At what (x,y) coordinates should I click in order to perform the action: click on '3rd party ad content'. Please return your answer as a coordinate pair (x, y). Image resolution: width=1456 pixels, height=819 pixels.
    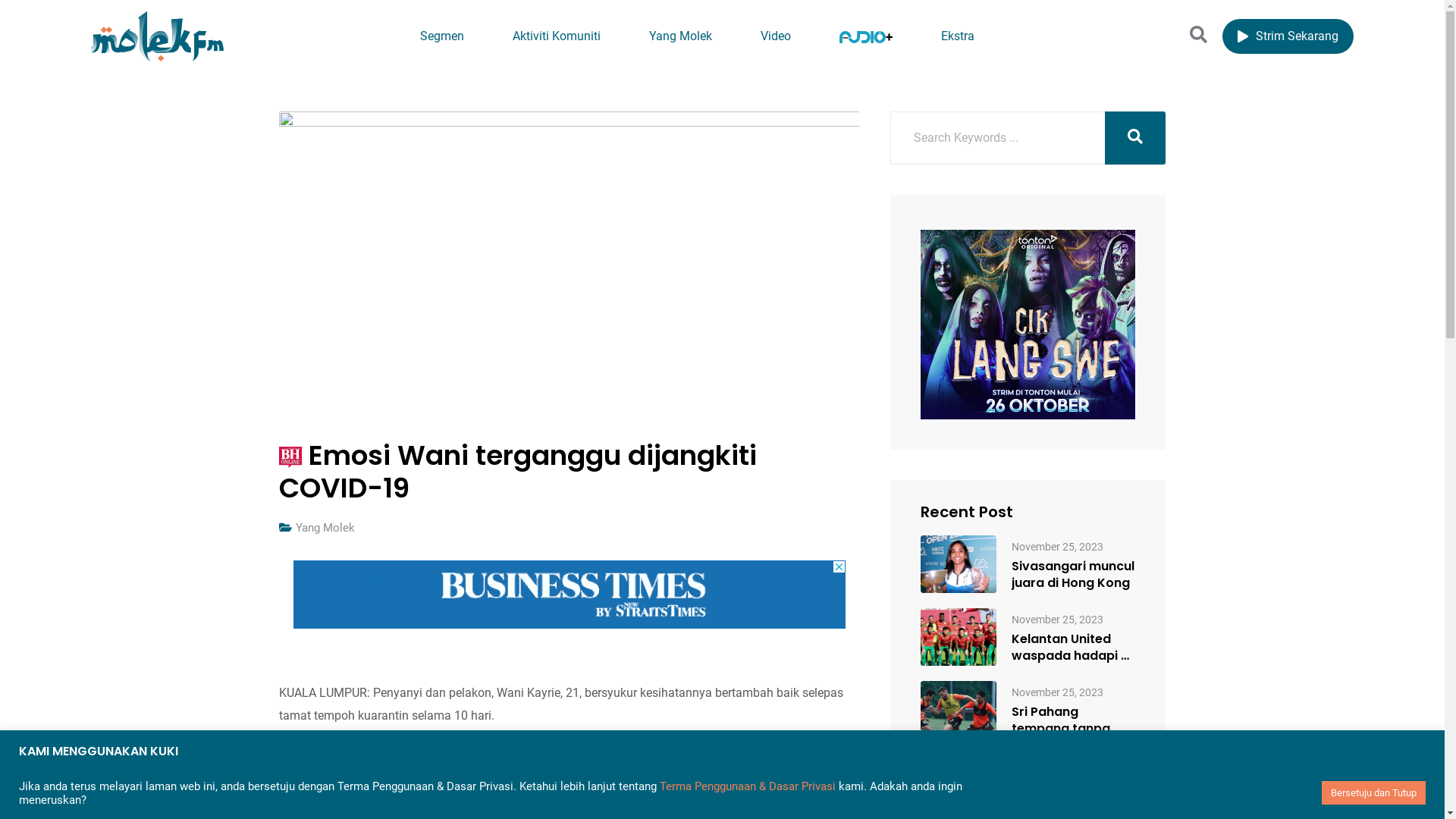
    Looking at the image, I should click on (1028, 324).